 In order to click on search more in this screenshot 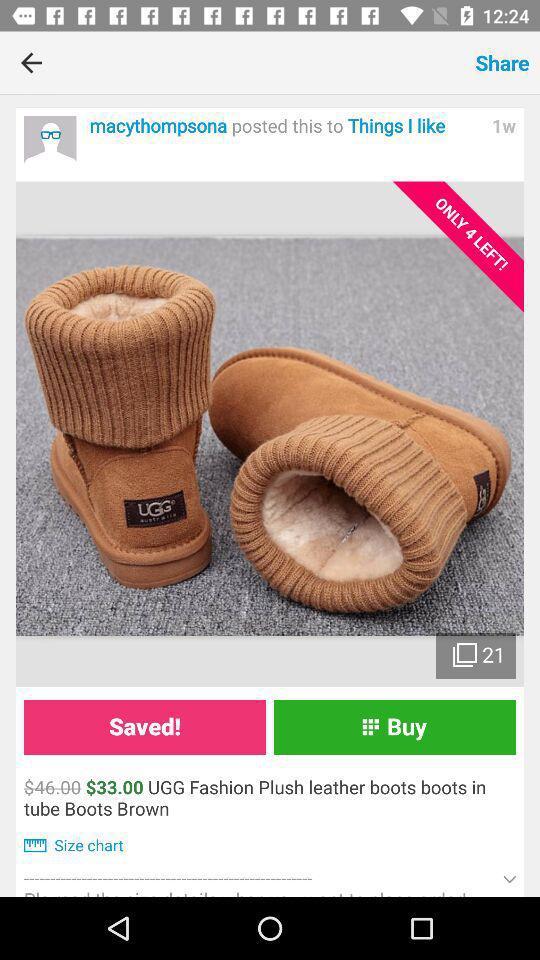, I will do `click(50, 141)`.